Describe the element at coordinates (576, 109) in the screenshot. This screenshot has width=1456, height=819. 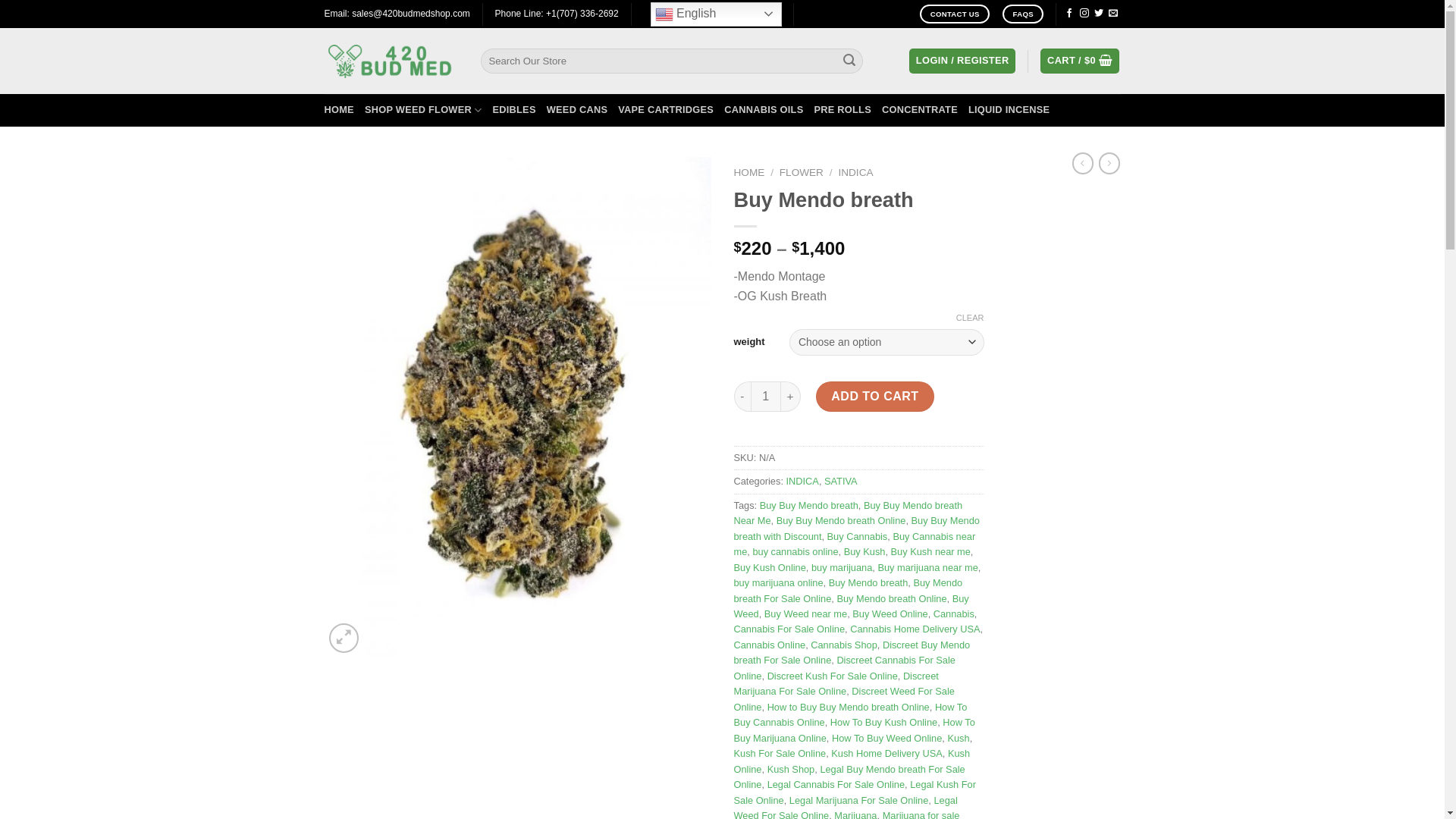
I see `'WEED CANS'` at that location.